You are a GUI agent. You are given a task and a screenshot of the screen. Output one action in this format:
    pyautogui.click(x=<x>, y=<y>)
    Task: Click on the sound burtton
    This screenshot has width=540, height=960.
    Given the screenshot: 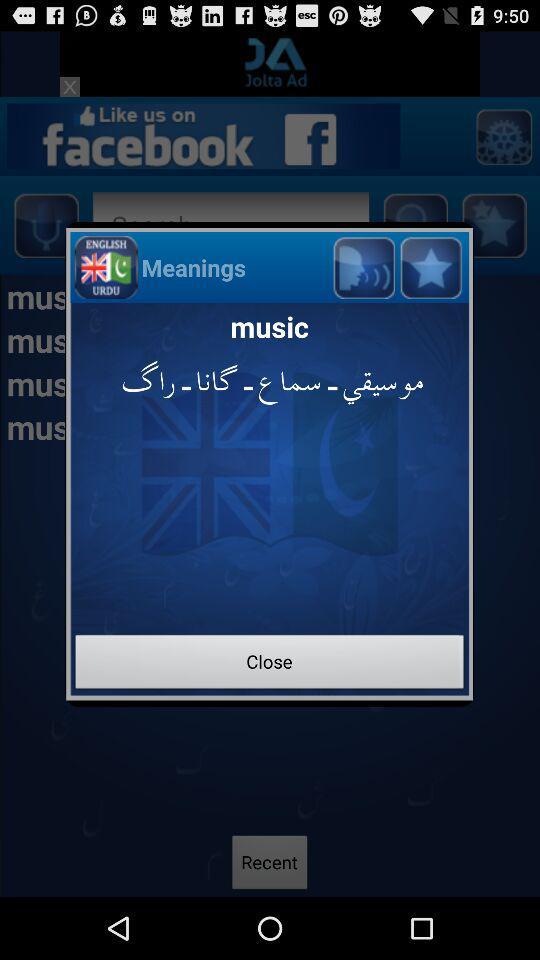 What is the action you would take?
    pyautogui.click(x=362, y=266)
    